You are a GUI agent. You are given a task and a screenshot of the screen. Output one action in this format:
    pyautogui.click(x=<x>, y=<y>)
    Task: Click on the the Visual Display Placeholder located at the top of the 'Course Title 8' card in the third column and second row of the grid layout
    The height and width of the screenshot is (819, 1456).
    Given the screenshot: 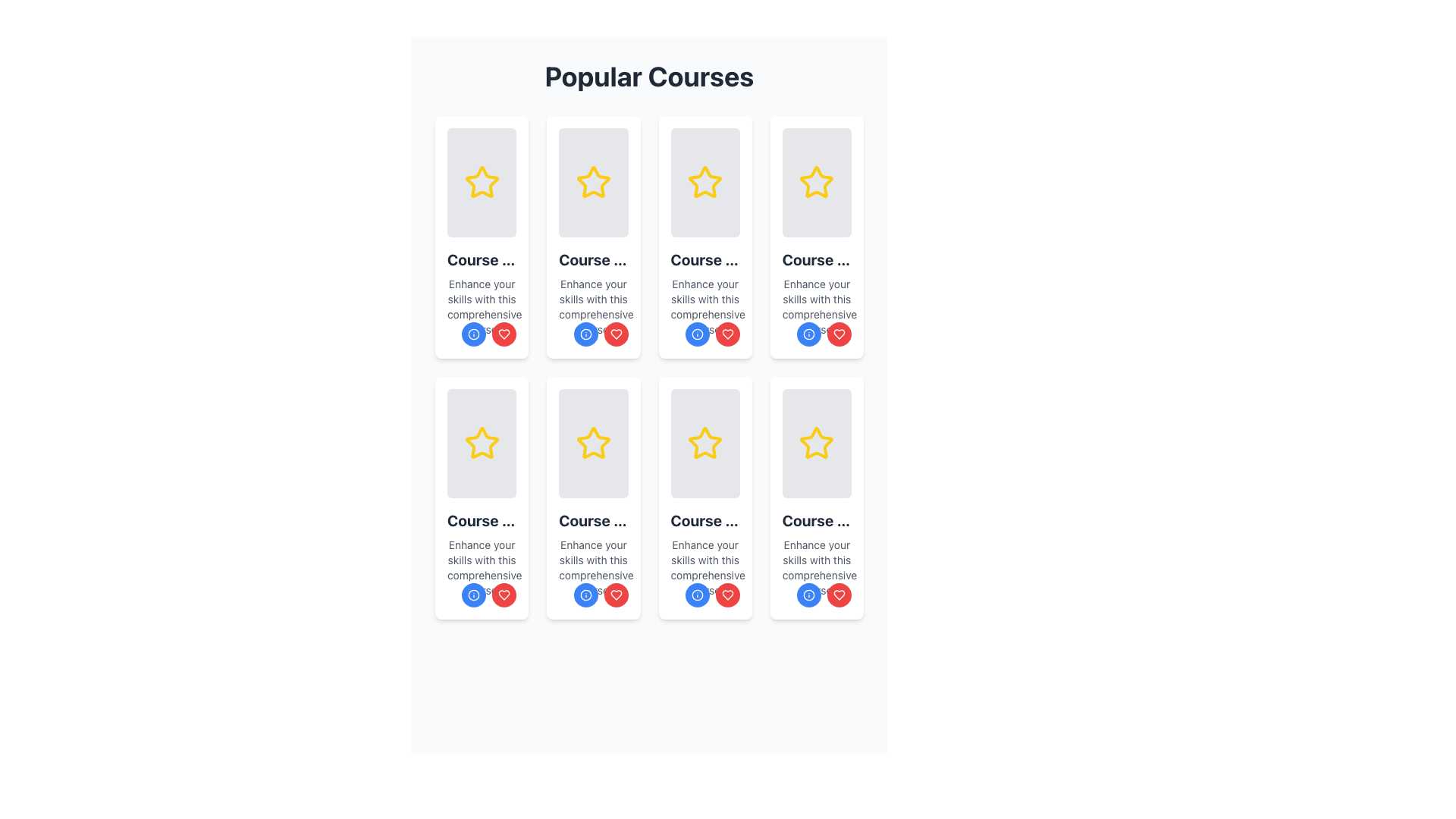 What is the action you would take?
    pyautogui.click(x=816, y=444)
    